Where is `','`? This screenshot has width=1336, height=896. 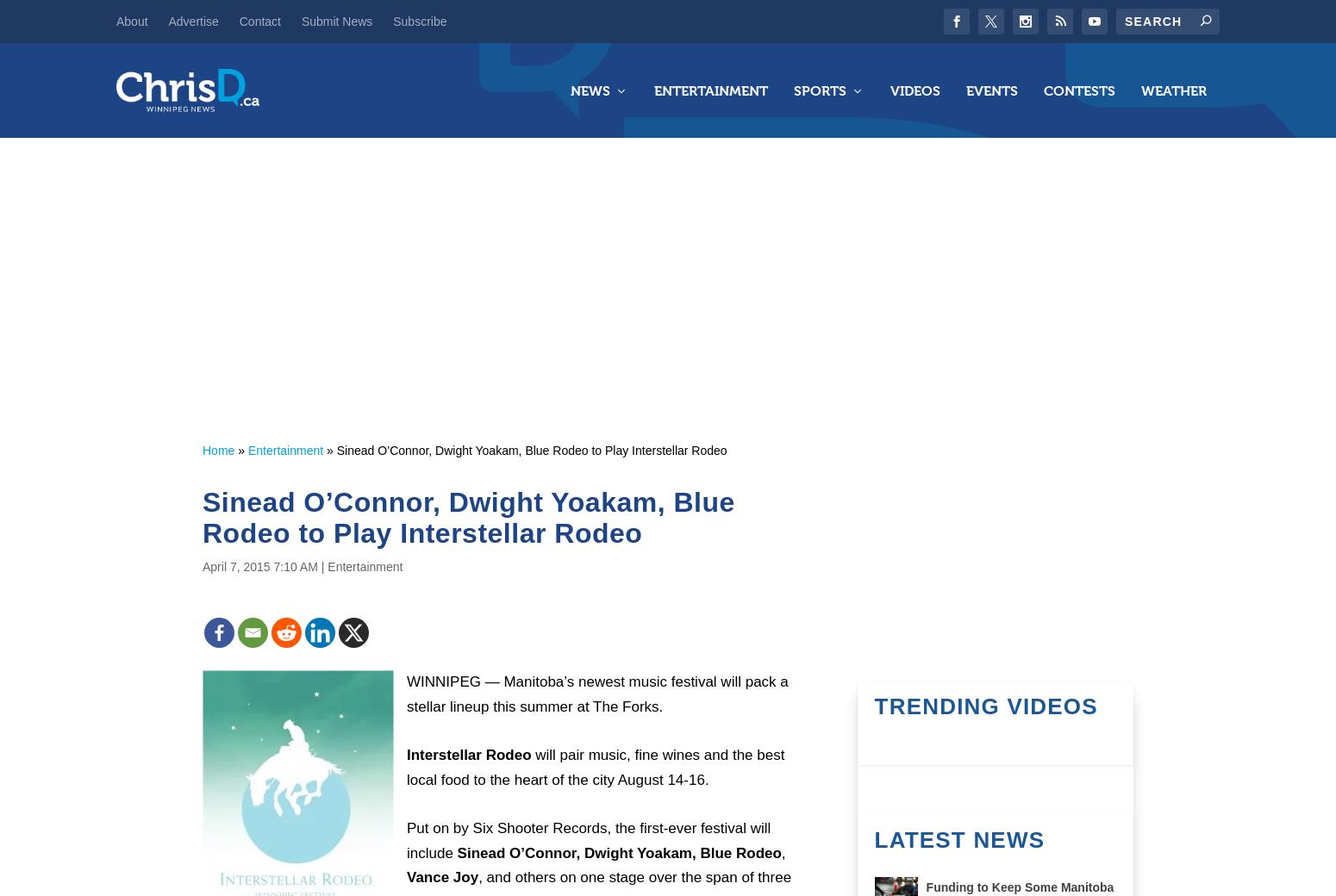
',' is located at coordinates (780, 851).